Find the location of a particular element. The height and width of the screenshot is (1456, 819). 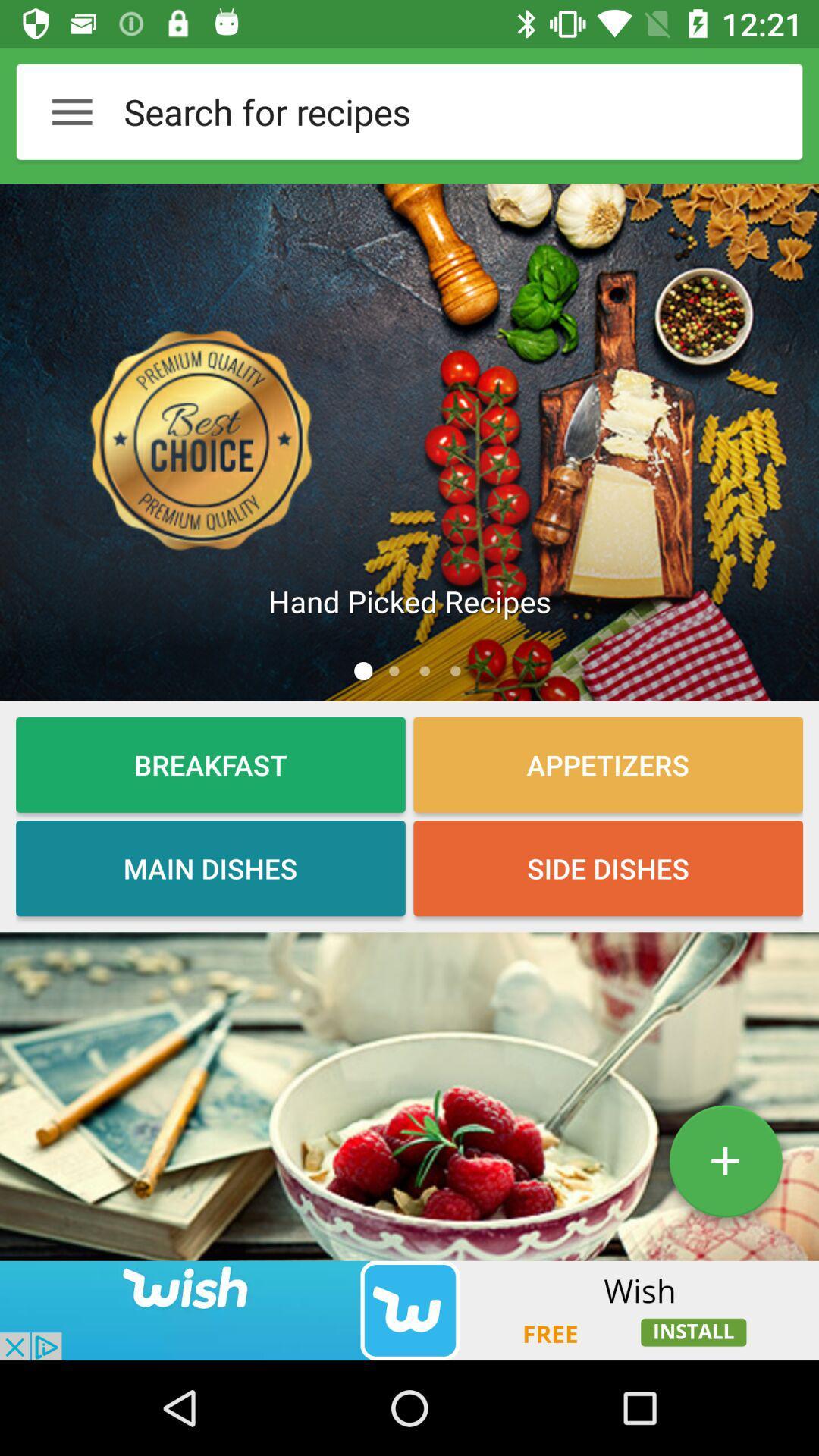

the button which is below the breakfast is located at coordinates (210, 868).